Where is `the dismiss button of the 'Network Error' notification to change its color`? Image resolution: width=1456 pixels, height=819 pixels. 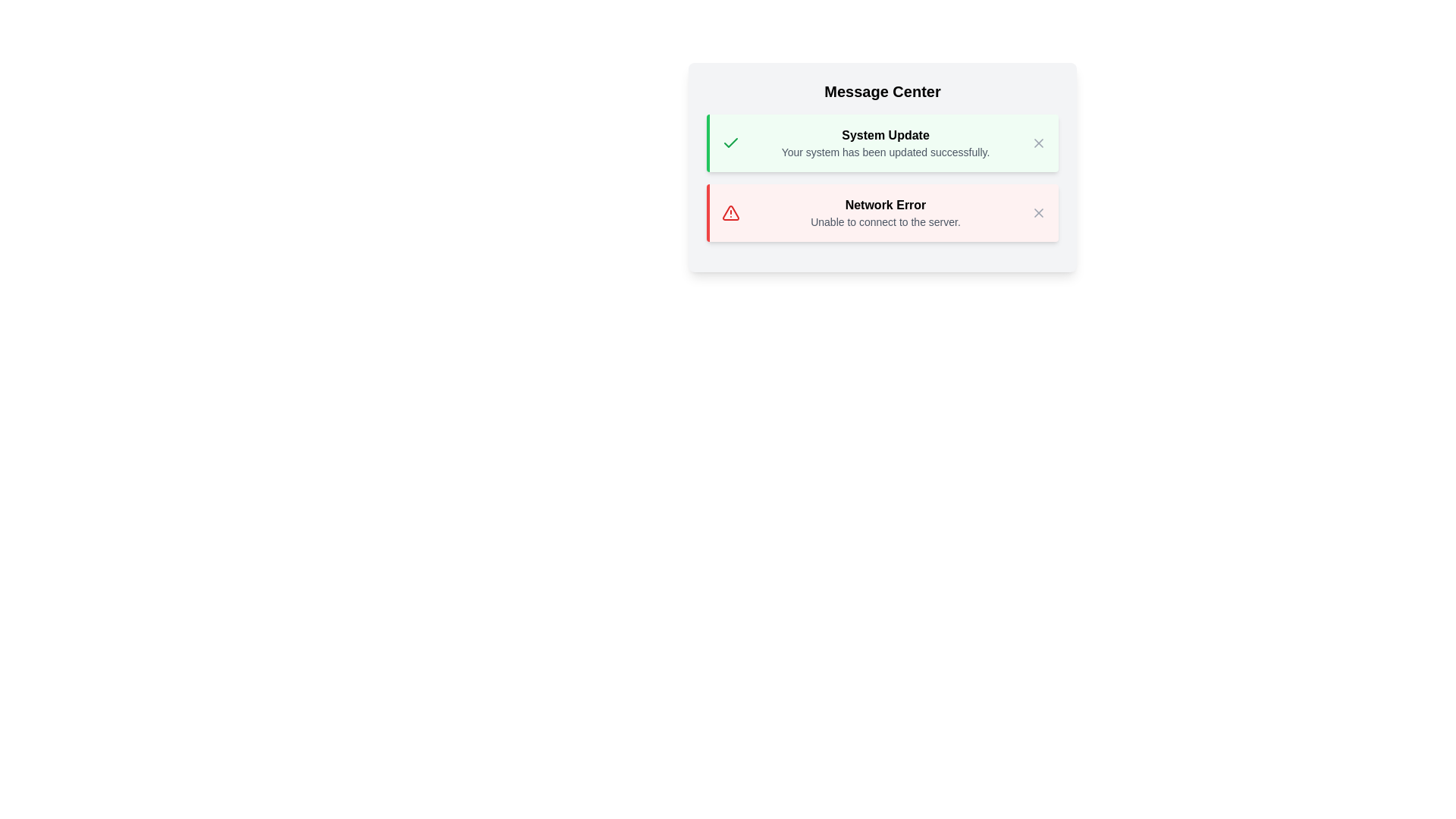 the dismiss button of the 'Network Error' notification to change its color is located at coordinates (1037, 213).